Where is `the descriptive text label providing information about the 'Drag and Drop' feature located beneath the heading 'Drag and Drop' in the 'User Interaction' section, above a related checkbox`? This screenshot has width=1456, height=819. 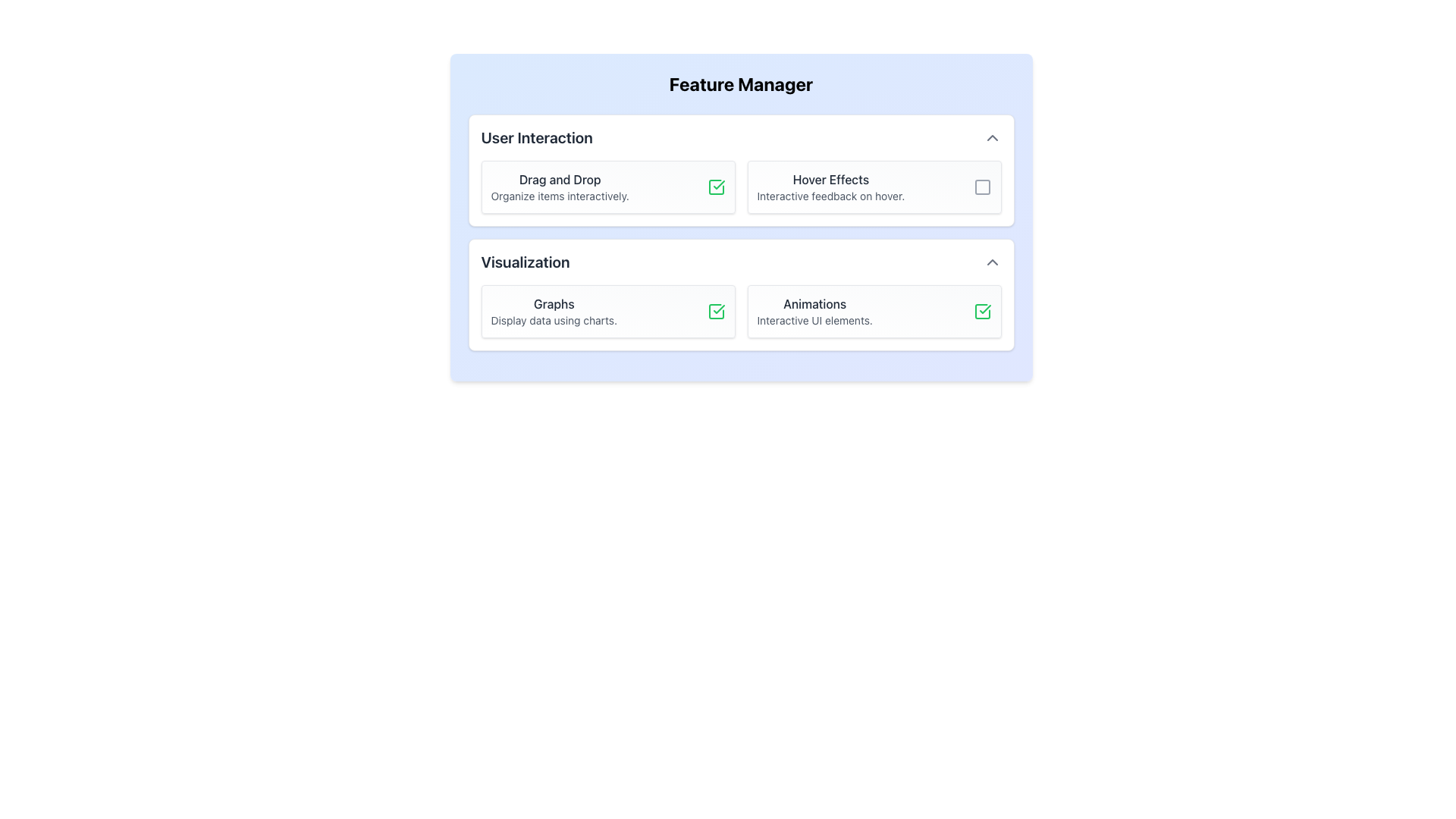 the descriptive text label providing information about the 'Drag and Drop' feature located beneath the heading 'Drag and Drop' in the 'User Interaction' section, above a related checkbox is located at coordinates (559, 195).